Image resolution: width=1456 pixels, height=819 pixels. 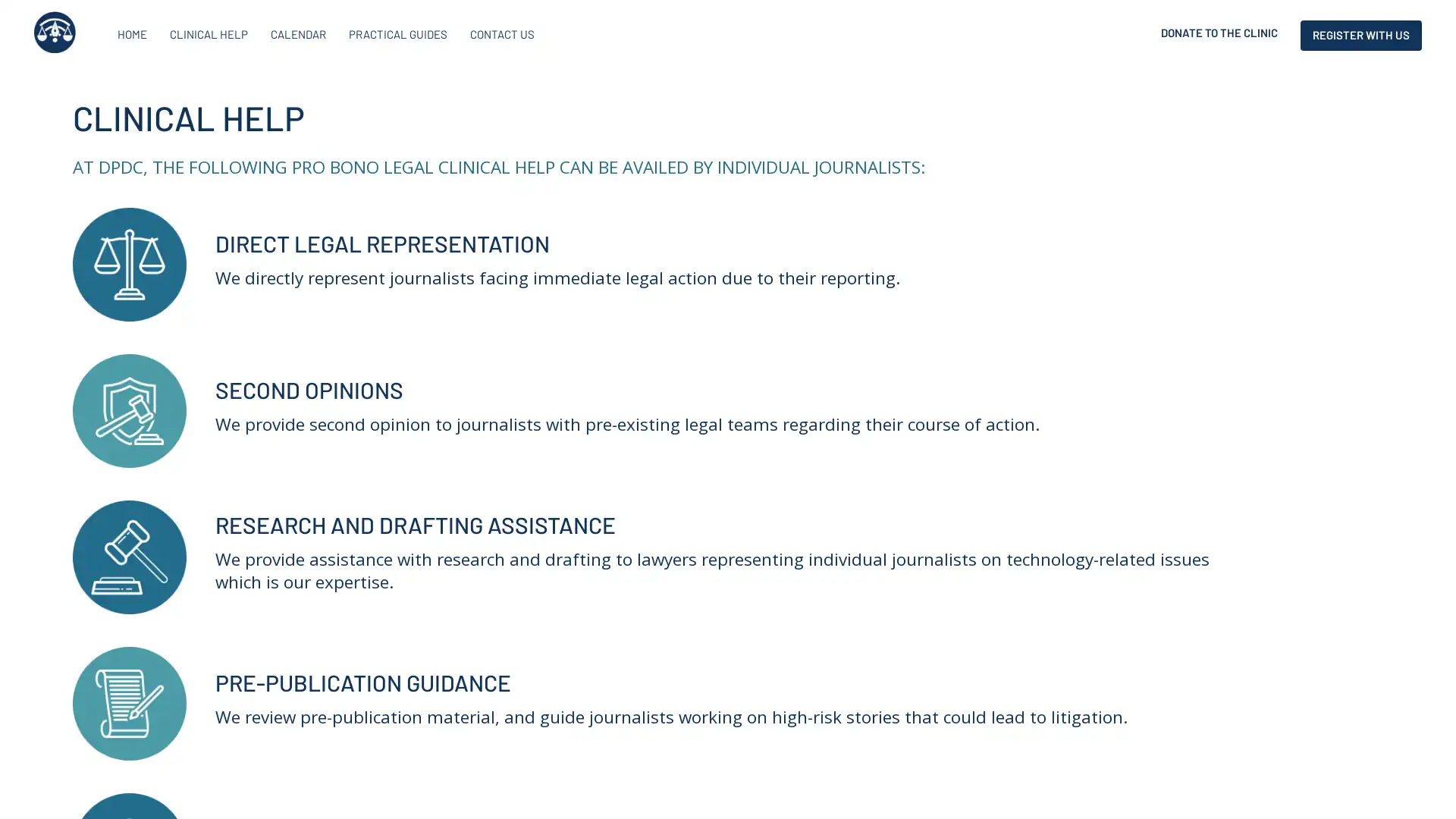 I want to click on DONATE TO THE CLINIC, so click(x=1219, y=34).